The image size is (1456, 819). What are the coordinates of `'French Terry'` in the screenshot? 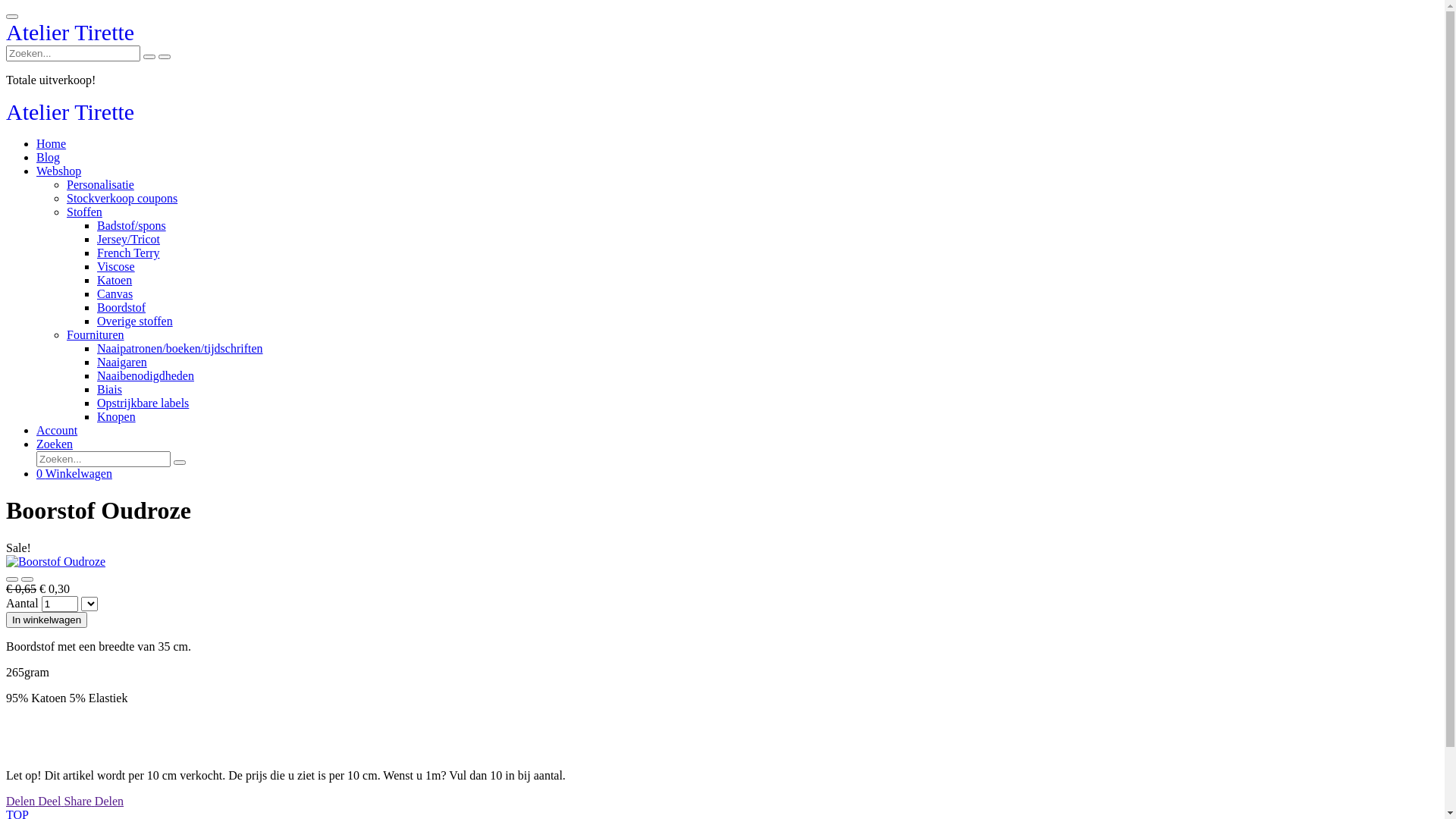 It's located at (128, 252).